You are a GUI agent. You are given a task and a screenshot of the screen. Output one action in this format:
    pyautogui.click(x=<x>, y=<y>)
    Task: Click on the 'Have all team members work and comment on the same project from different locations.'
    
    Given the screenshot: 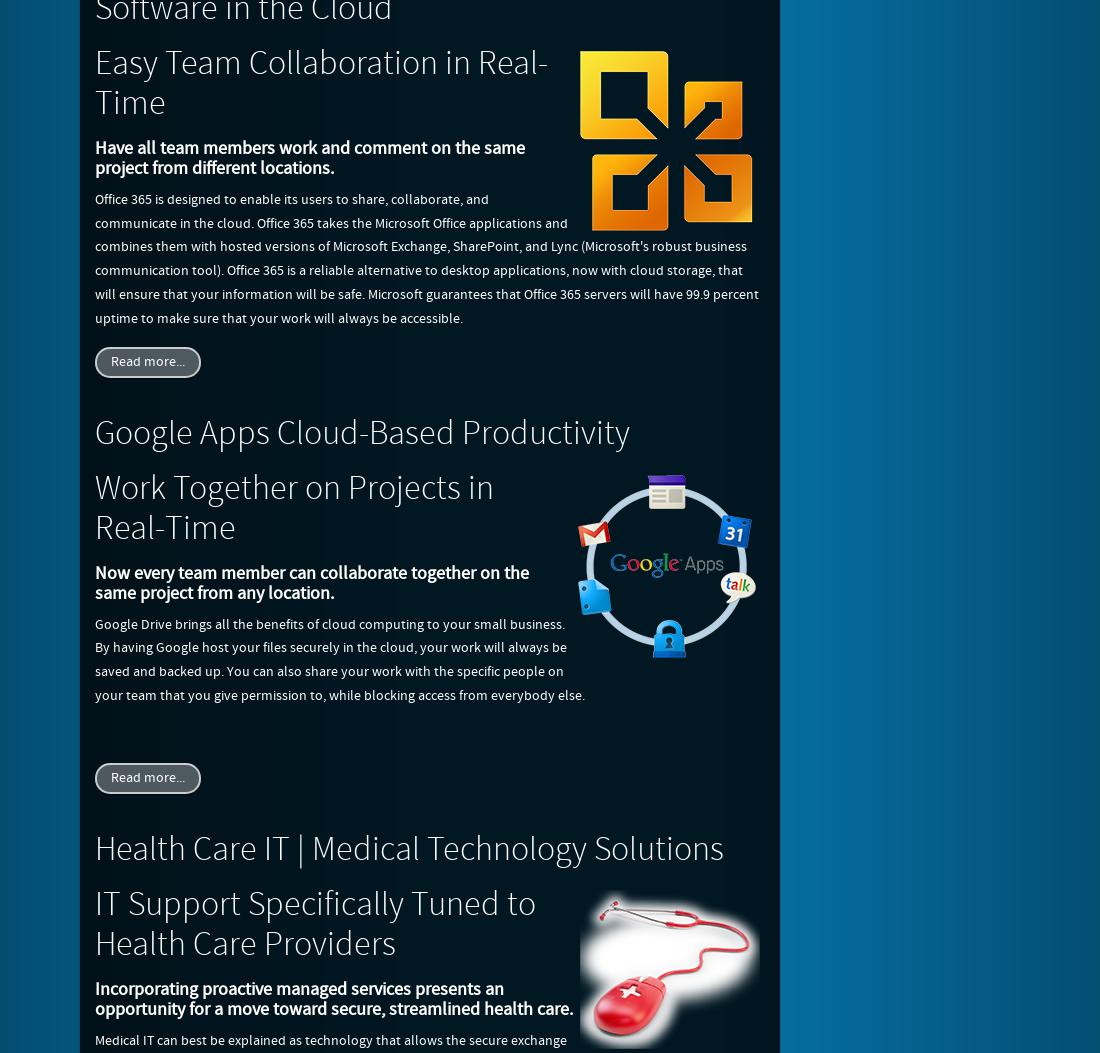 What is the action you would take?
    pyautogui.click(x=308, y=156)
    